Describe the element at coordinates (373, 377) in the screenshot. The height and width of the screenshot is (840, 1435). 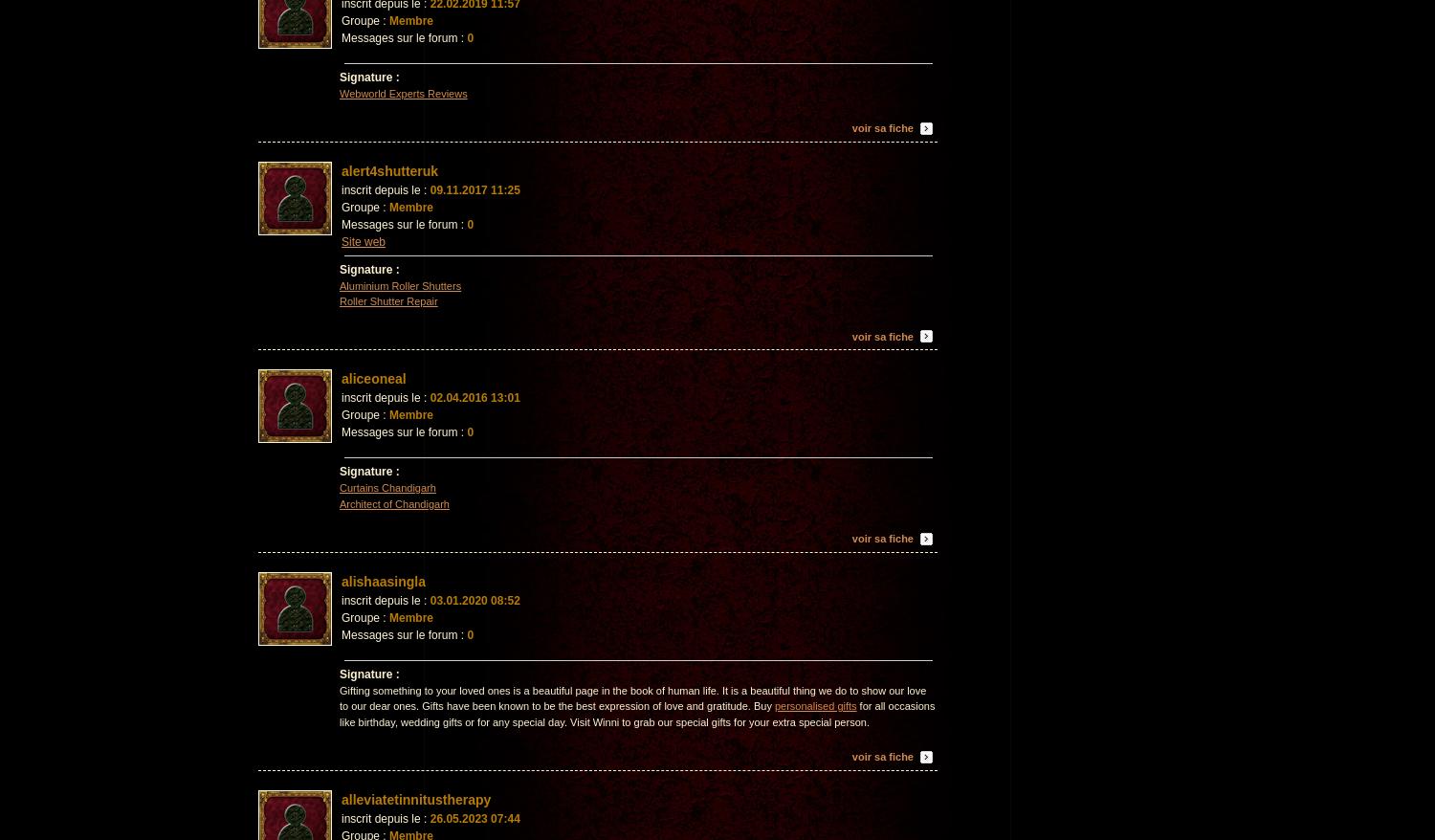
I see `'aliceoneal'` at that location.